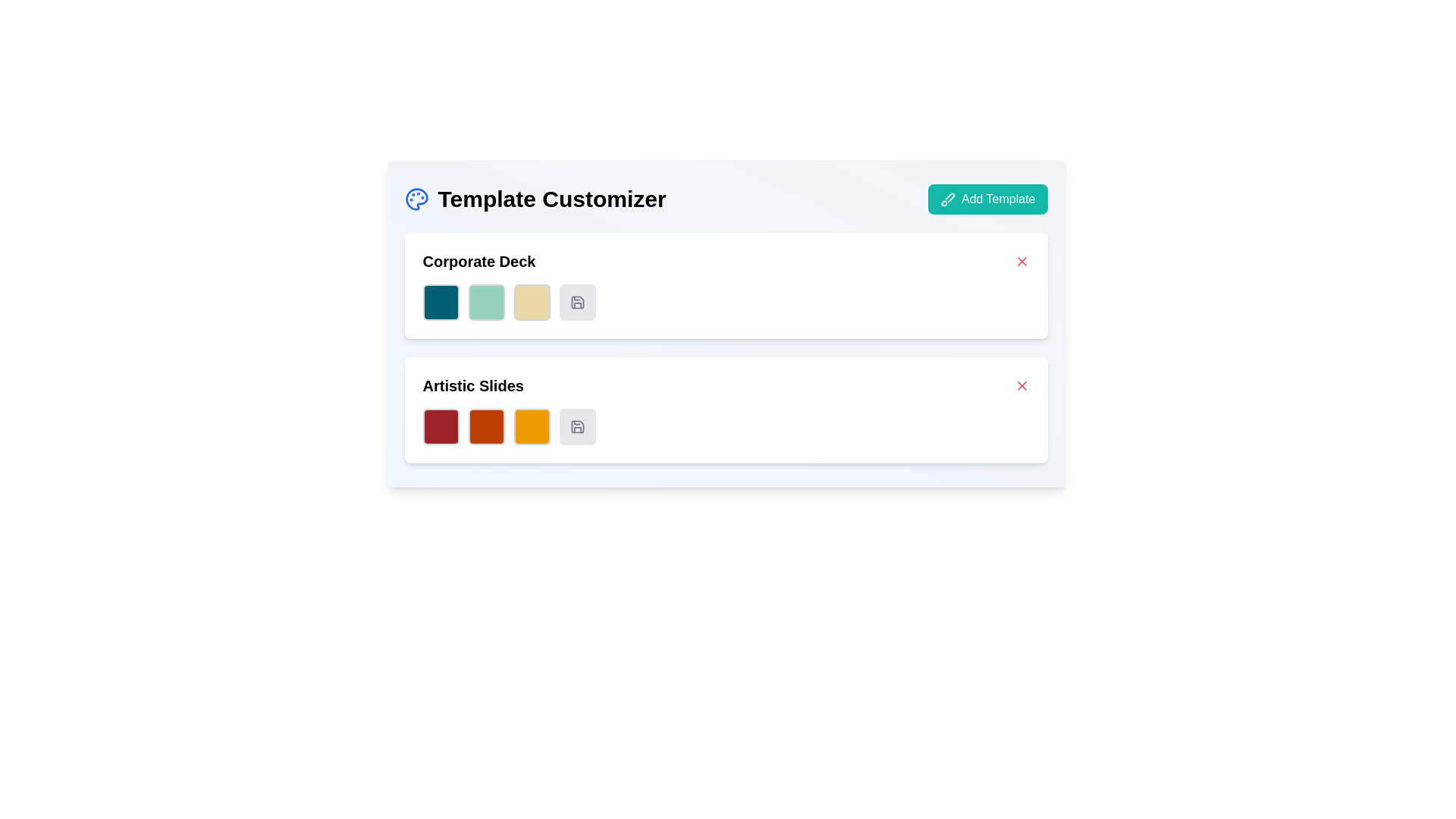  I want to click on the save button with a floppy disk icon, located within the 'Artistic Slides' section of the 'Template Customizer', so click(576, 427).